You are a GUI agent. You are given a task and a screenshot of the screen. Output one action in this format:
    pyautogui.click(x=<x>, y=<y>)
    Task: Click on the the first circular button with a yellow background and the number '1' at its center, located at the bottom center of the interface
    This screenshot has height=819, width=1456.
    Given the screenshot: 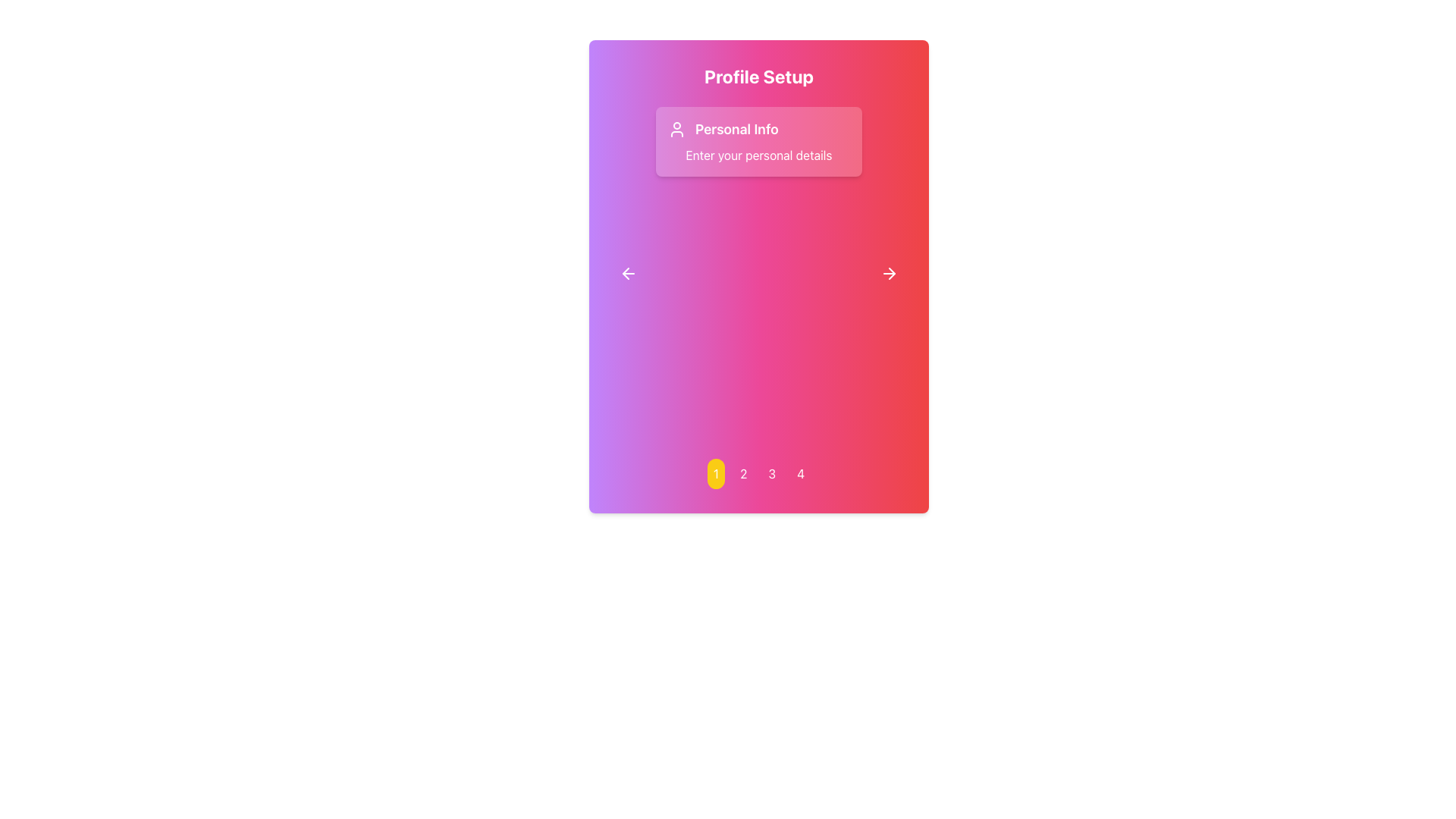 What is the action you would take?
    pyautogui.click(x=715, y=472)
    